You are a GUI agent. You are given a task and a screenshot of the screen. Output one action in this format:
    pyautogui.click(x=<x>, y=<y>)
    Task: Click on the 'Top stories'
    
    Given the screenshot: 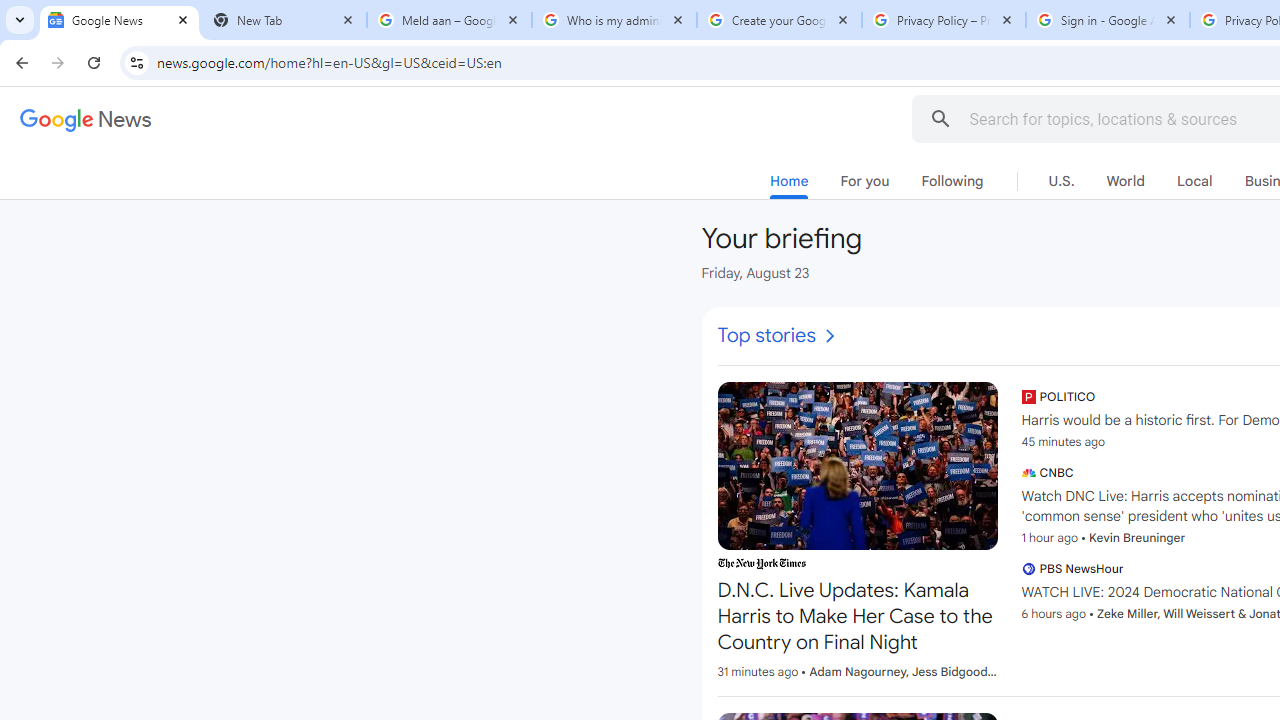 What is the action you would take?
    pyautogui.click(x=777, y=335)
    